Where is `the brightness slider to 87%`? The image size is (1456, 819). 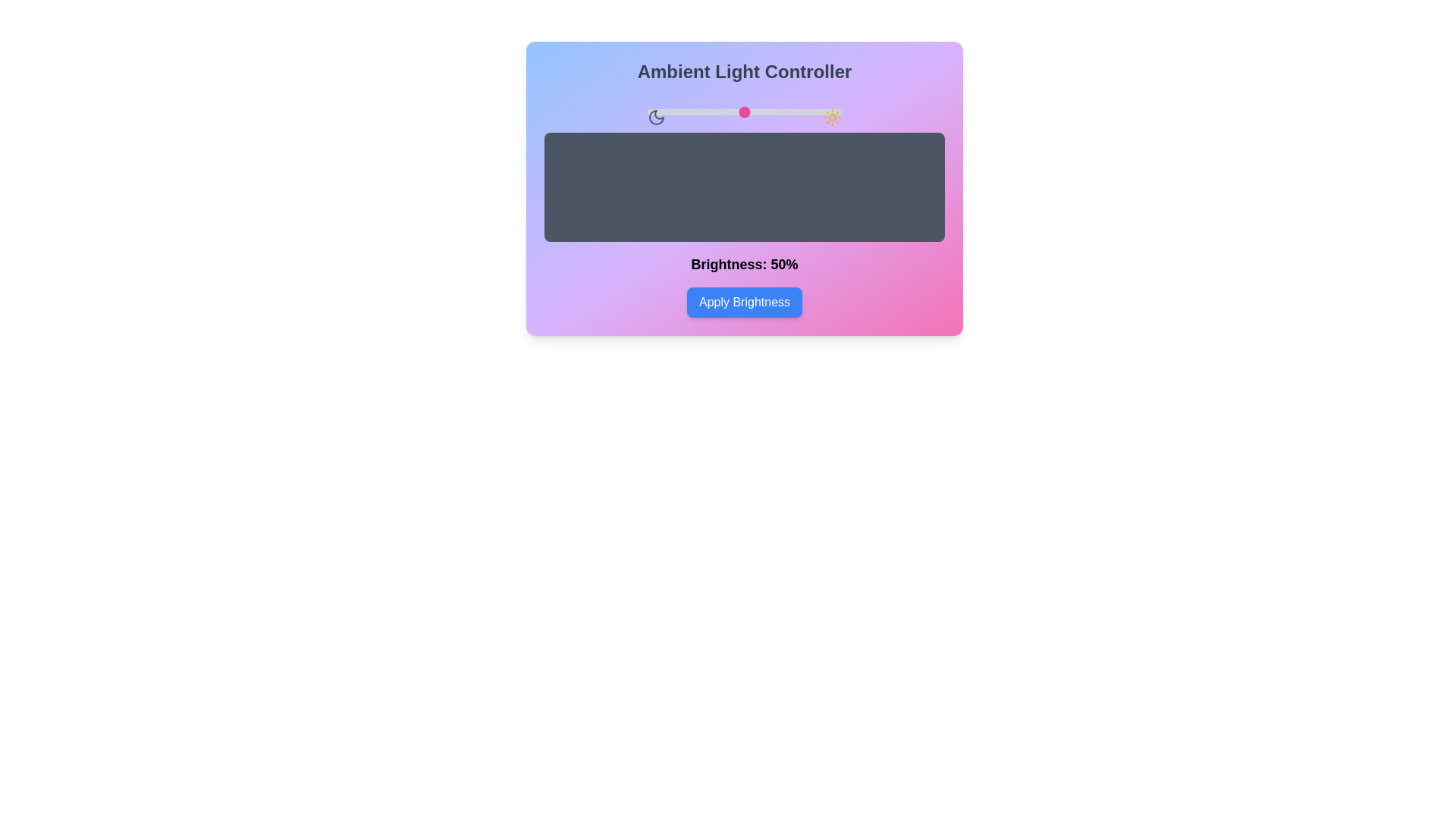
the brightness slider to 87% is located at coordinates (815, 111).